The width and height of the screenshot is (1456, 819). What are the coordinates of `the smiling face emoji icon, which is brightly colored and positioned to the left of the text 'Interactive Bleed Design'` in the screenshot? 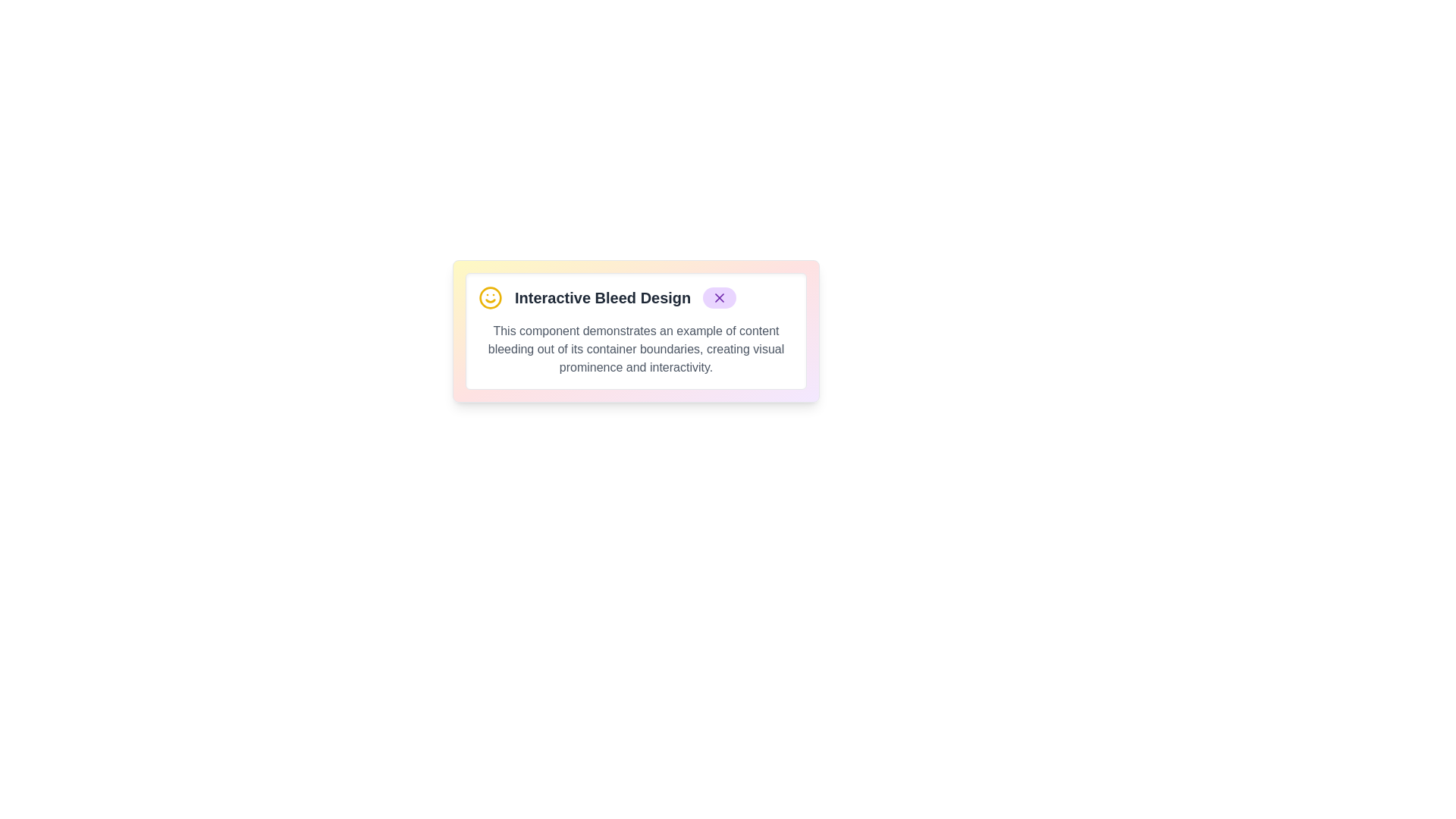 It's located at (491, 298).